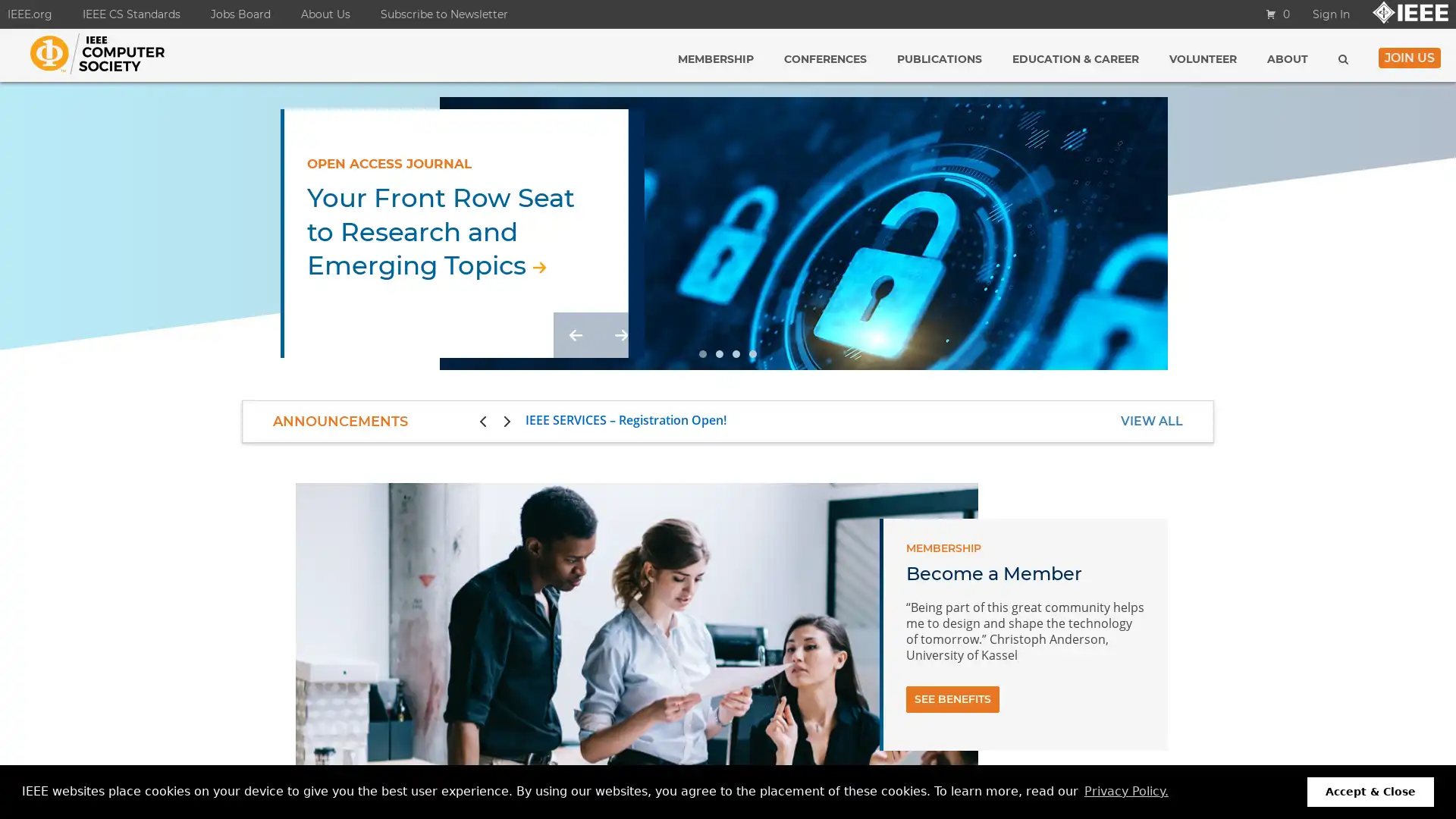 The image size is (1456, 819). I want to click on About CS, so click(753, 353).